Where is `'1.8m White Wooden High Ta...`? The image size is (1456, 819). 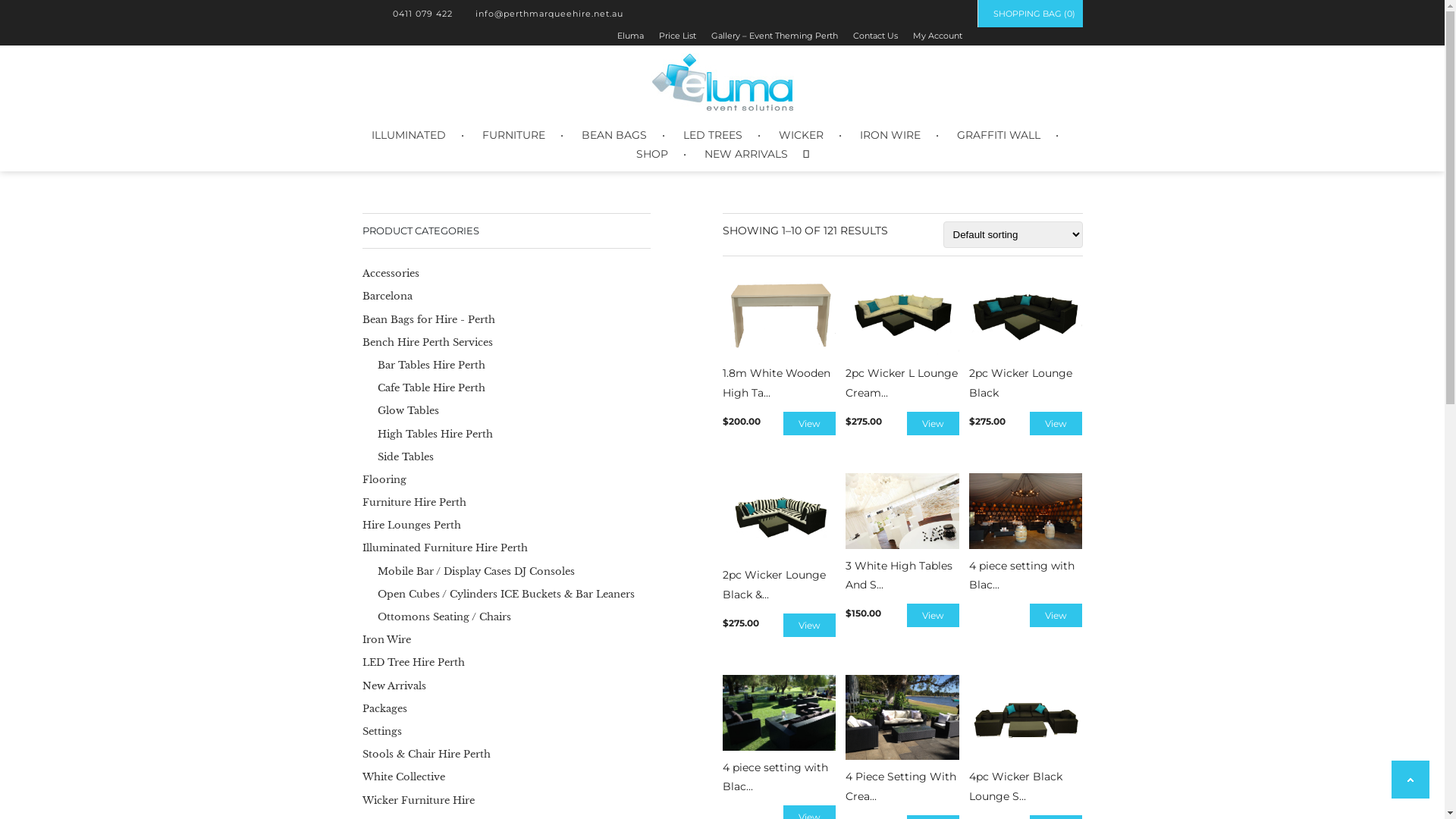 '1.8m White Wooden High Ta... is located at coordinates (779, 336).